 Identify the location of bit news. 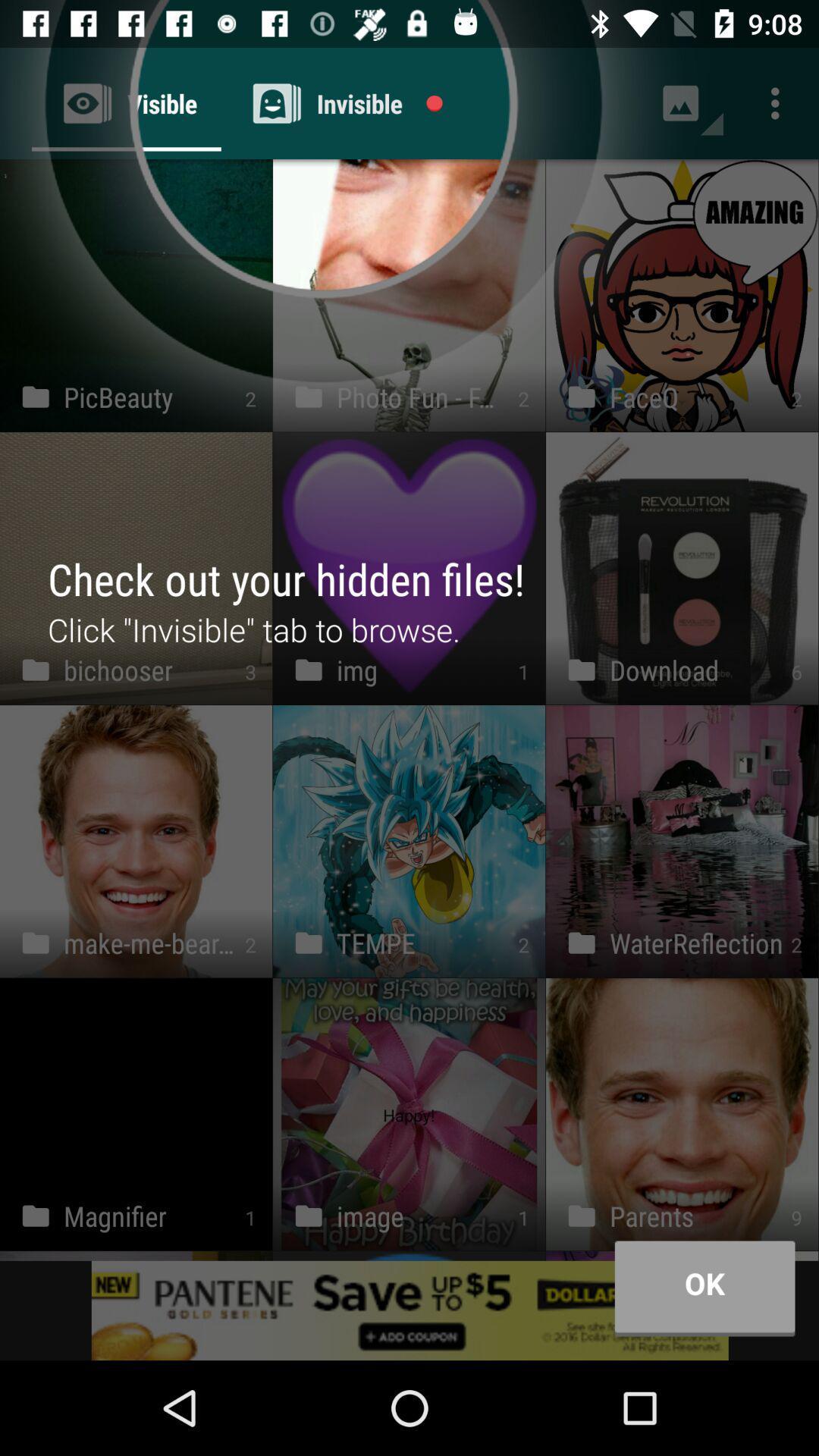
(409, 1310).